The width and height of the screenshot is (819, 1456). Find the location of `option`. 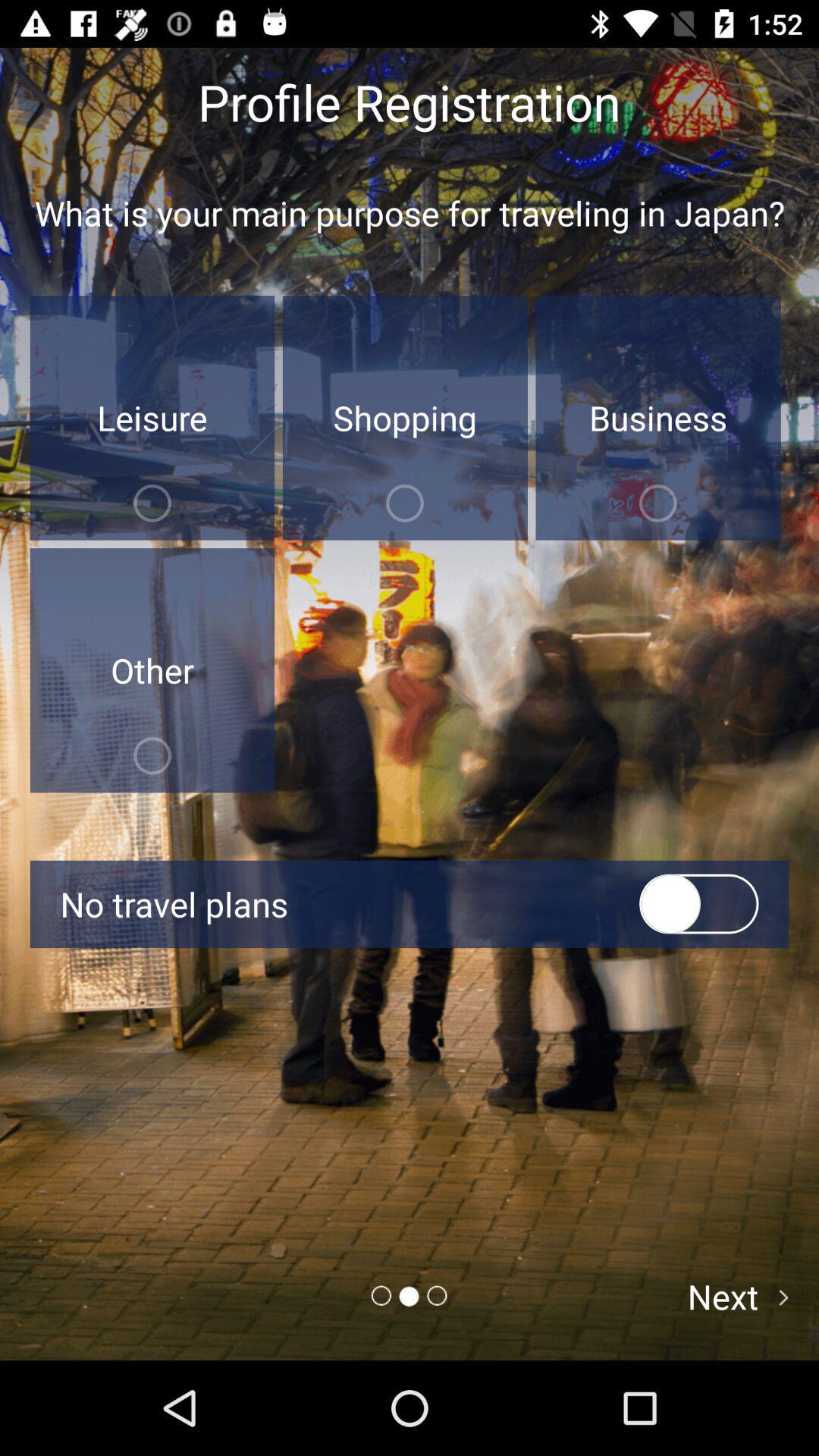

option is located at coordinates (698, 904).